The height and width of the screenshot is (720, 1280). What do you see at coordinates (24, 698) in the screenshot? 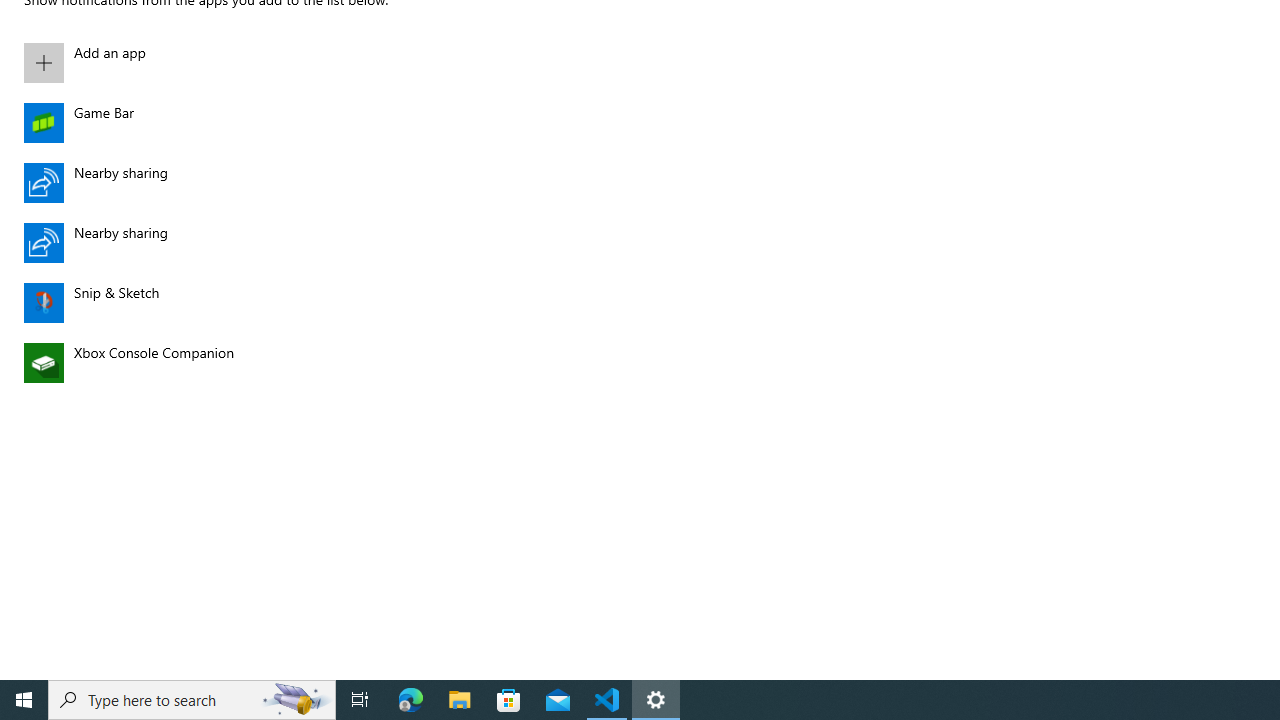
I see `'Start'` at bounding box center [24, 698].